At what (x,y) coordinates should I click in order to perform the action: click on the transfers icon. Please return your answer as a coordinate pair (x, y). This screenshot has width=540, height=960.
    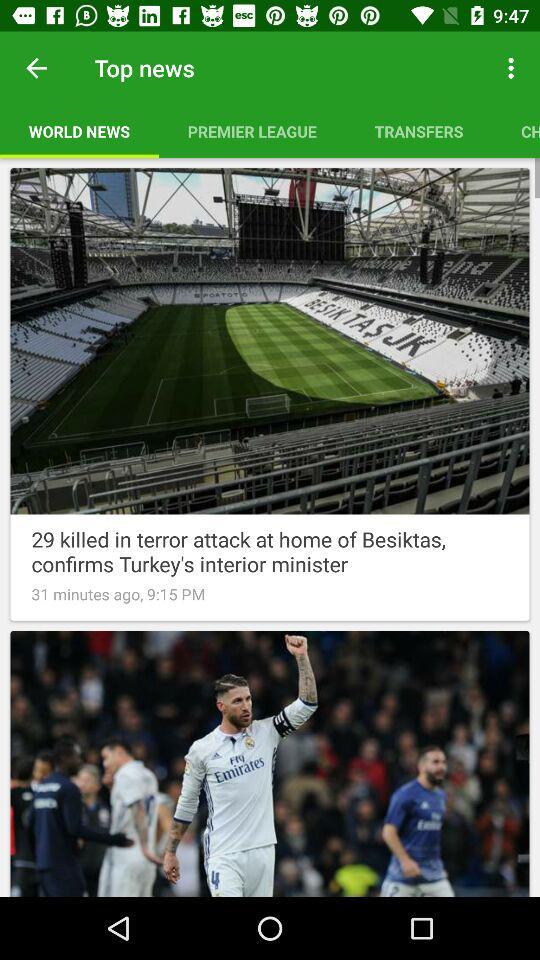
    Looking at the image, I should click on (418, 130).